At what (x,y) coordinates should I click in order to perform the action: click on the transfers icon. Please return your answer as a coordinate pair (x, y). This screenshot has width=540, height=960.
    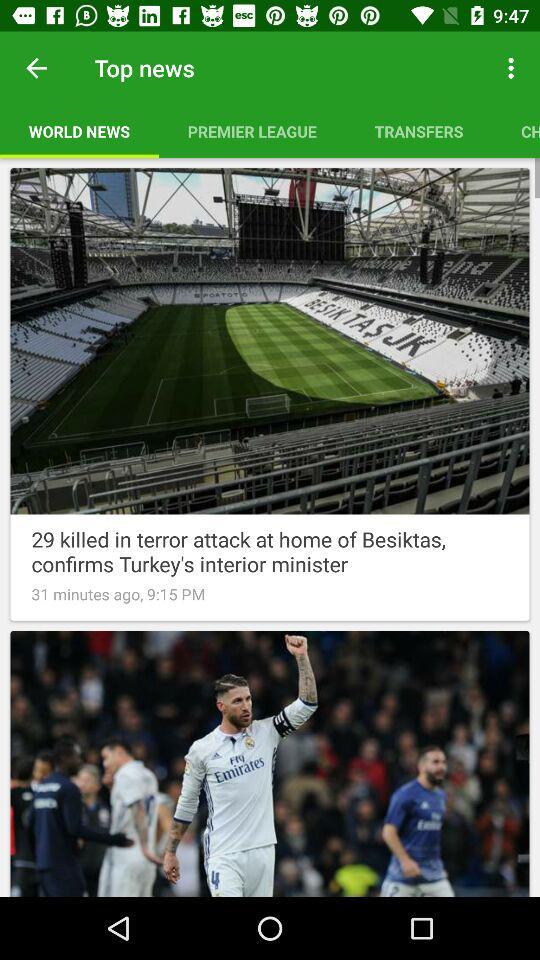
    Looking at the image, I should click on (418, 130).